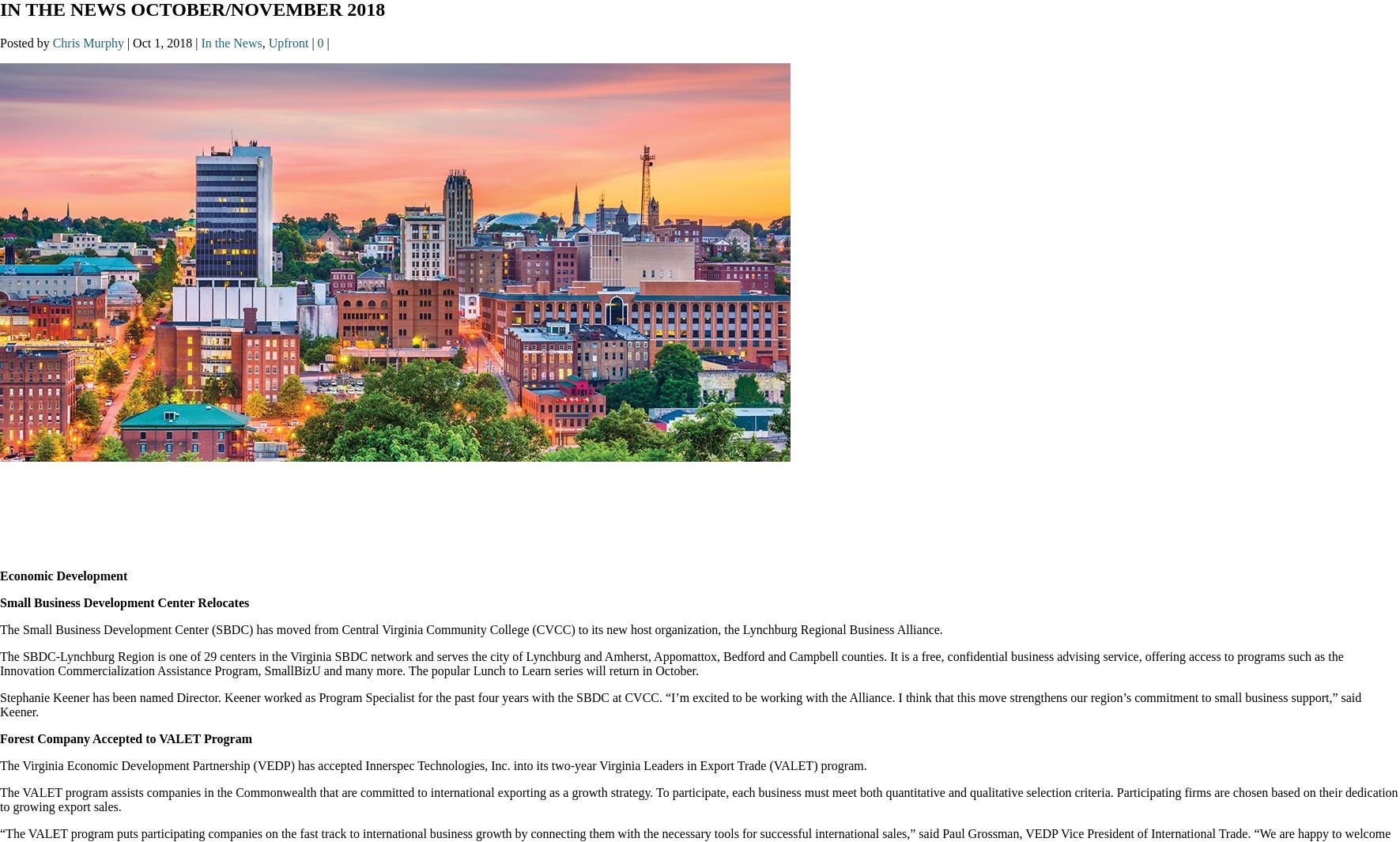 Image resolution: width=1400 pixels, height=842 pixels. I want to click on 'Economic Development', so click(62, 576).